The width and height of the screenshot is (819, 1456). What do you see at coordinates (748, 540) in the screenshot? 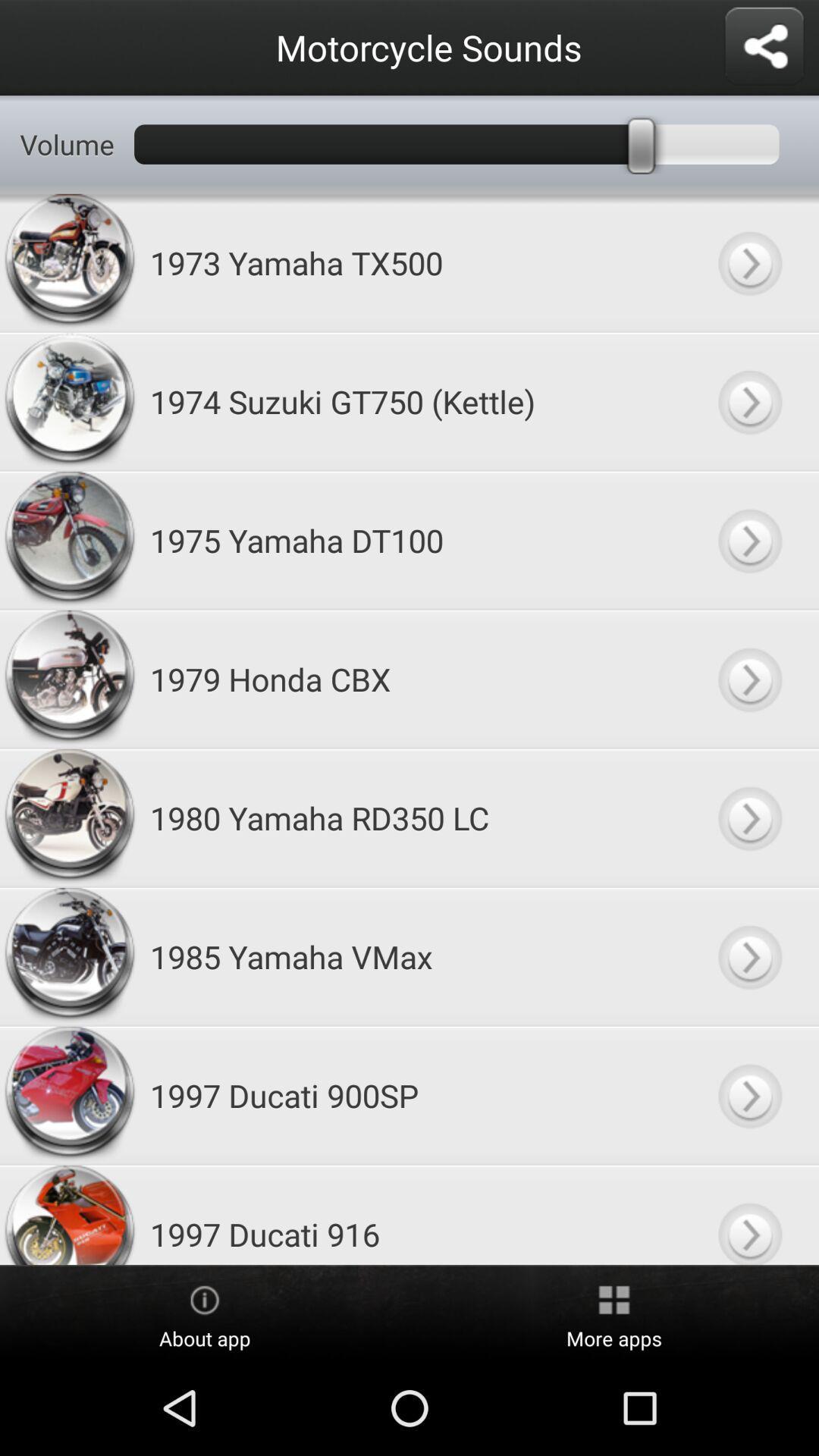
I see `option` at bounding box center [748, 540].